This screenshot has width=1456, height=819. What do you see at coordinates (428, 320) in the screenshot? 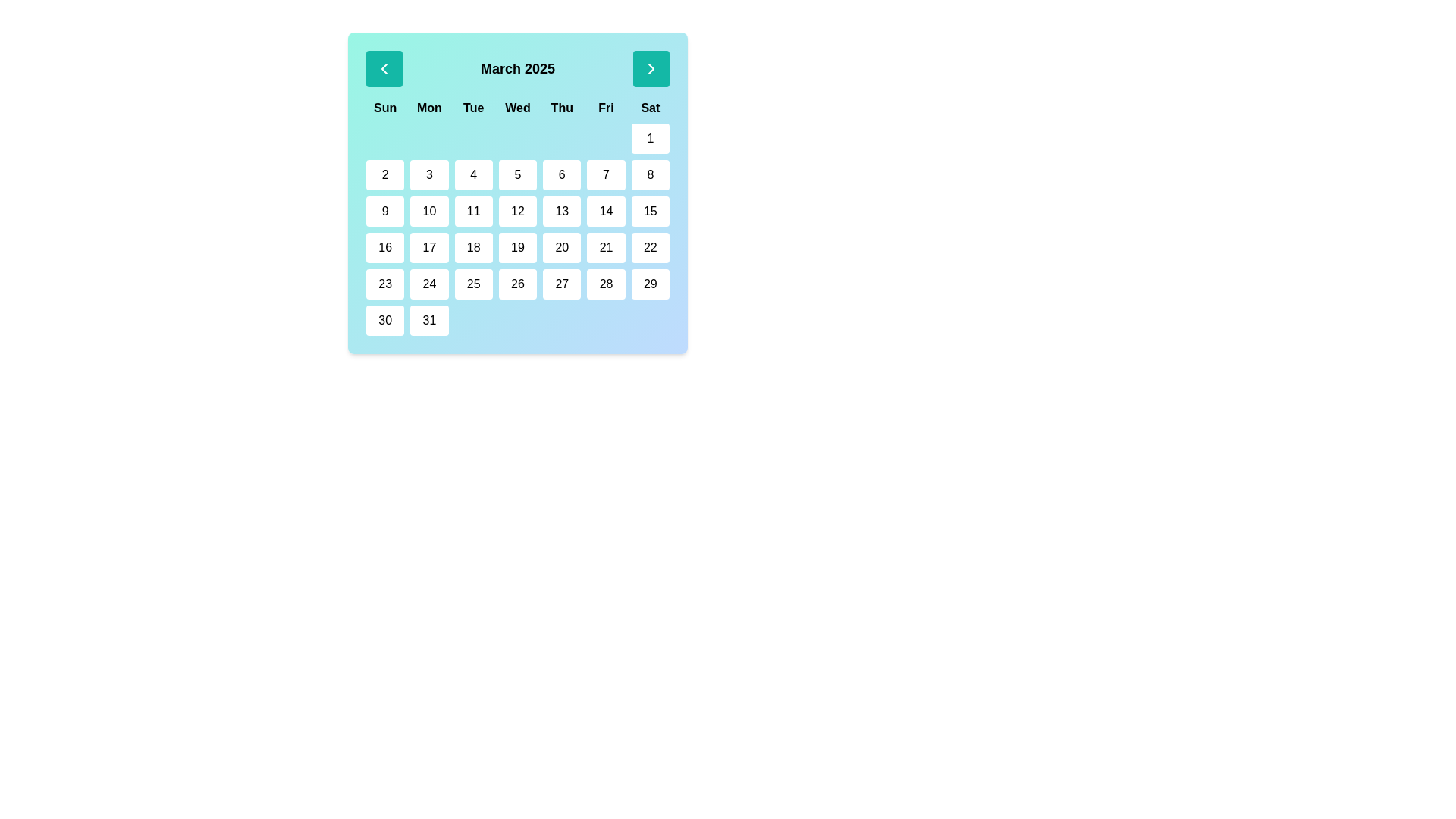
I see `the button representing the 31st date in the calendar, located in the bottom row under 'Sat'` at bounding box center [428, 320].